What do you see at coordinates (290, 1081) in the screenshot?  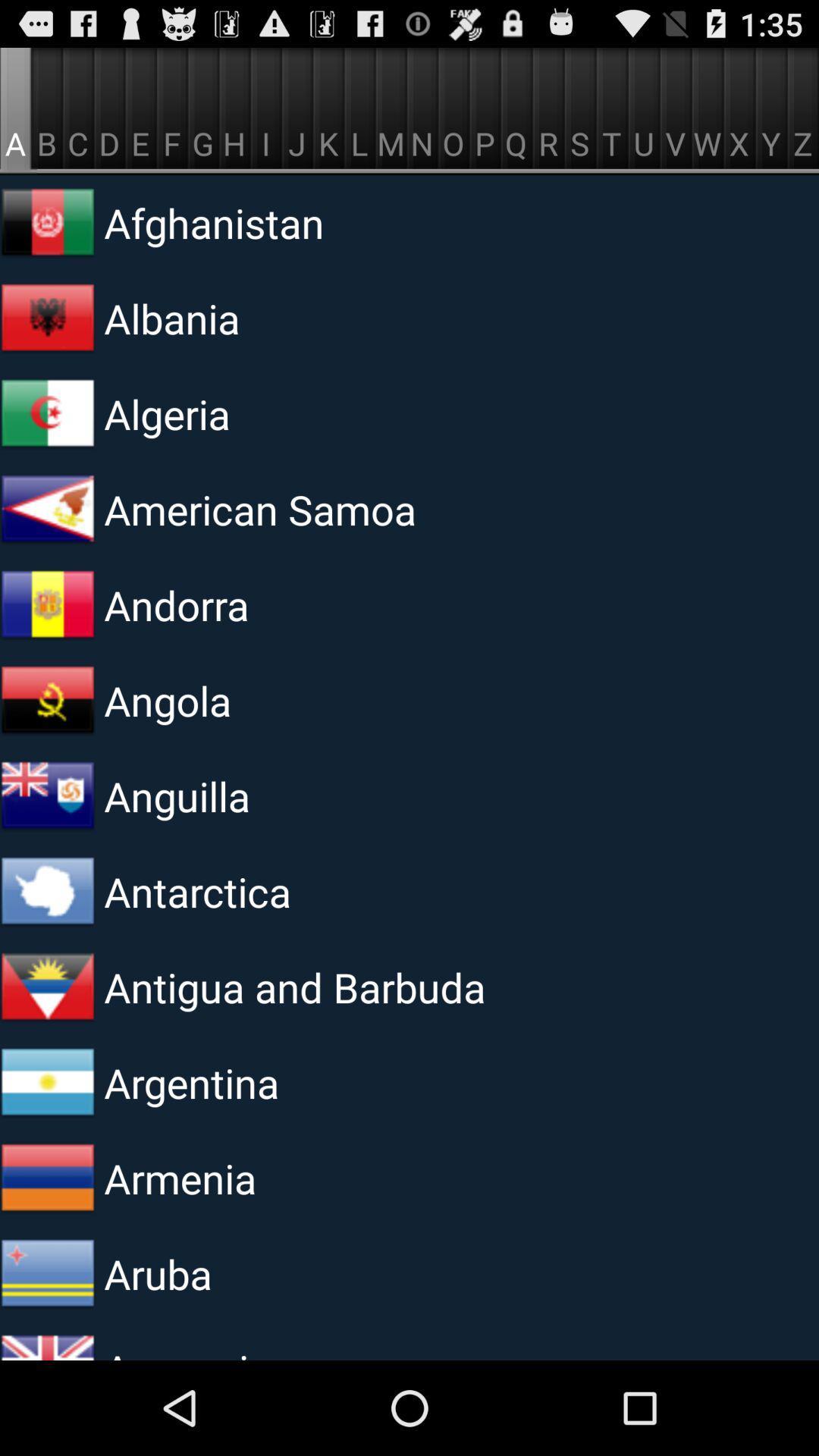 I see `the argentina` at bounding box center [290, 1081].